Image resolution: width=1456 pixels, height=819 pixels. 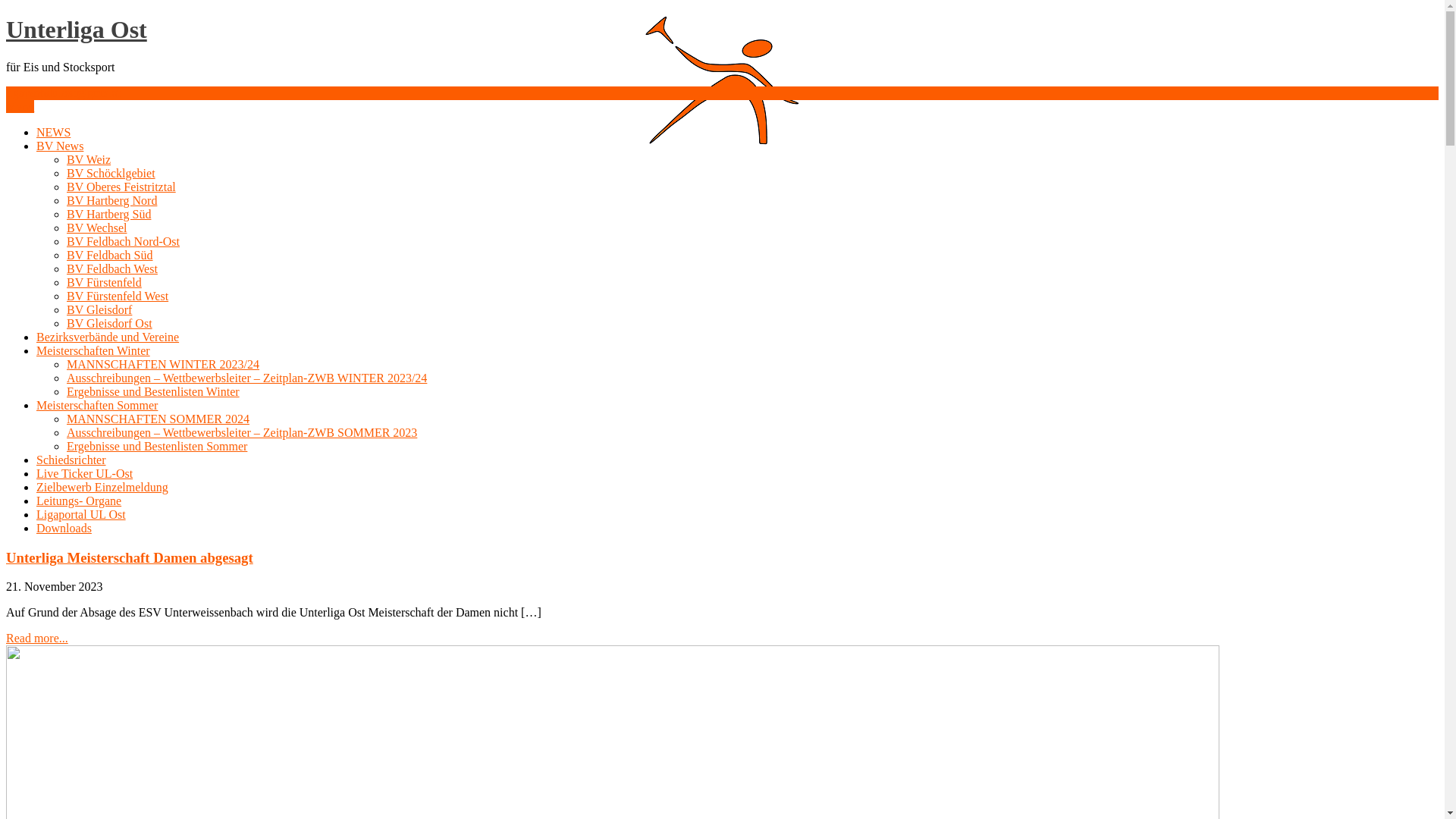 I want to click on 'Downloads', so click(x=63, y=527).